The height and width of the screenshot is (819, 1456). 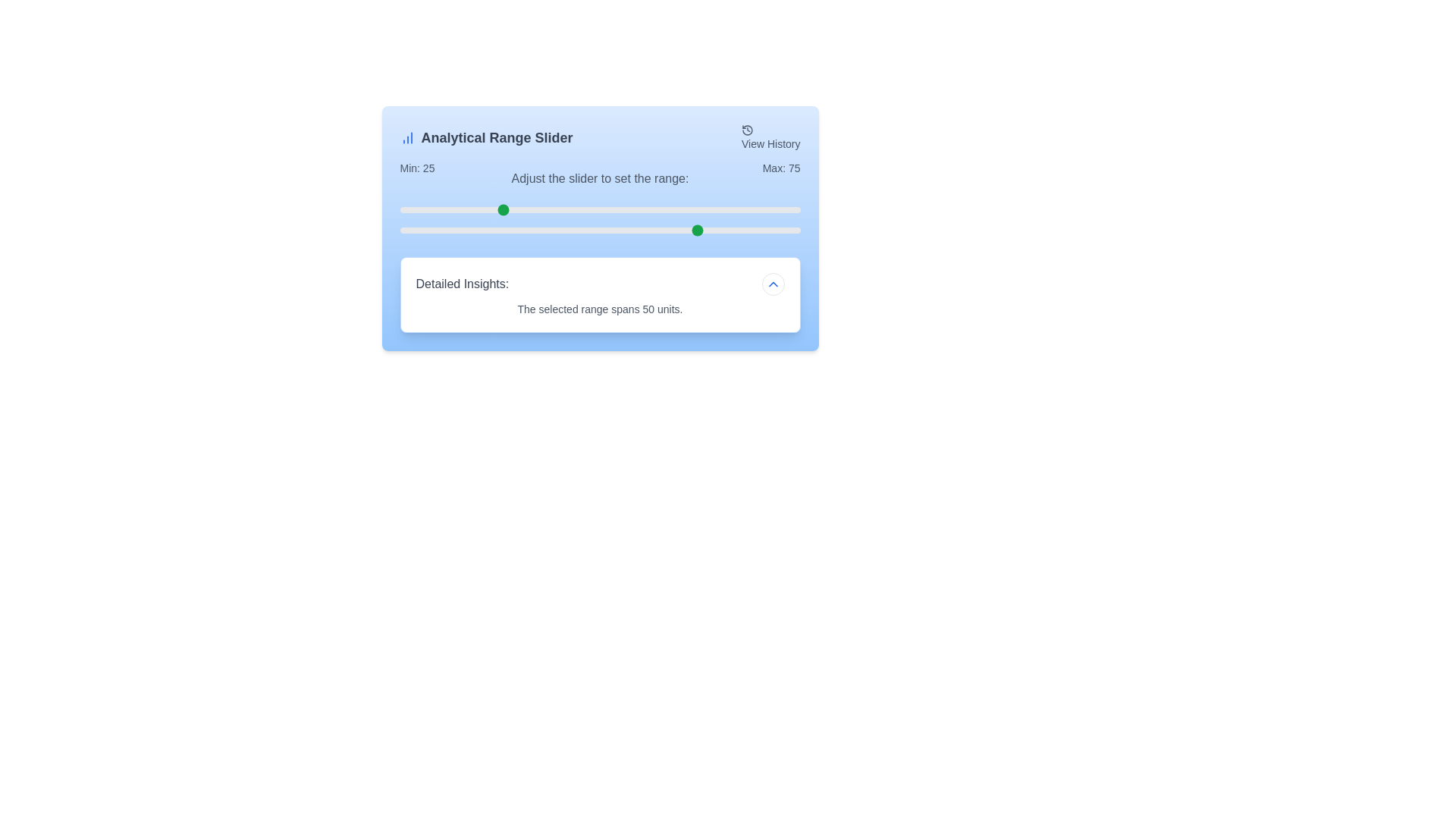 I want to click on the minimum range slider to 34, so click(x=535, y=210).